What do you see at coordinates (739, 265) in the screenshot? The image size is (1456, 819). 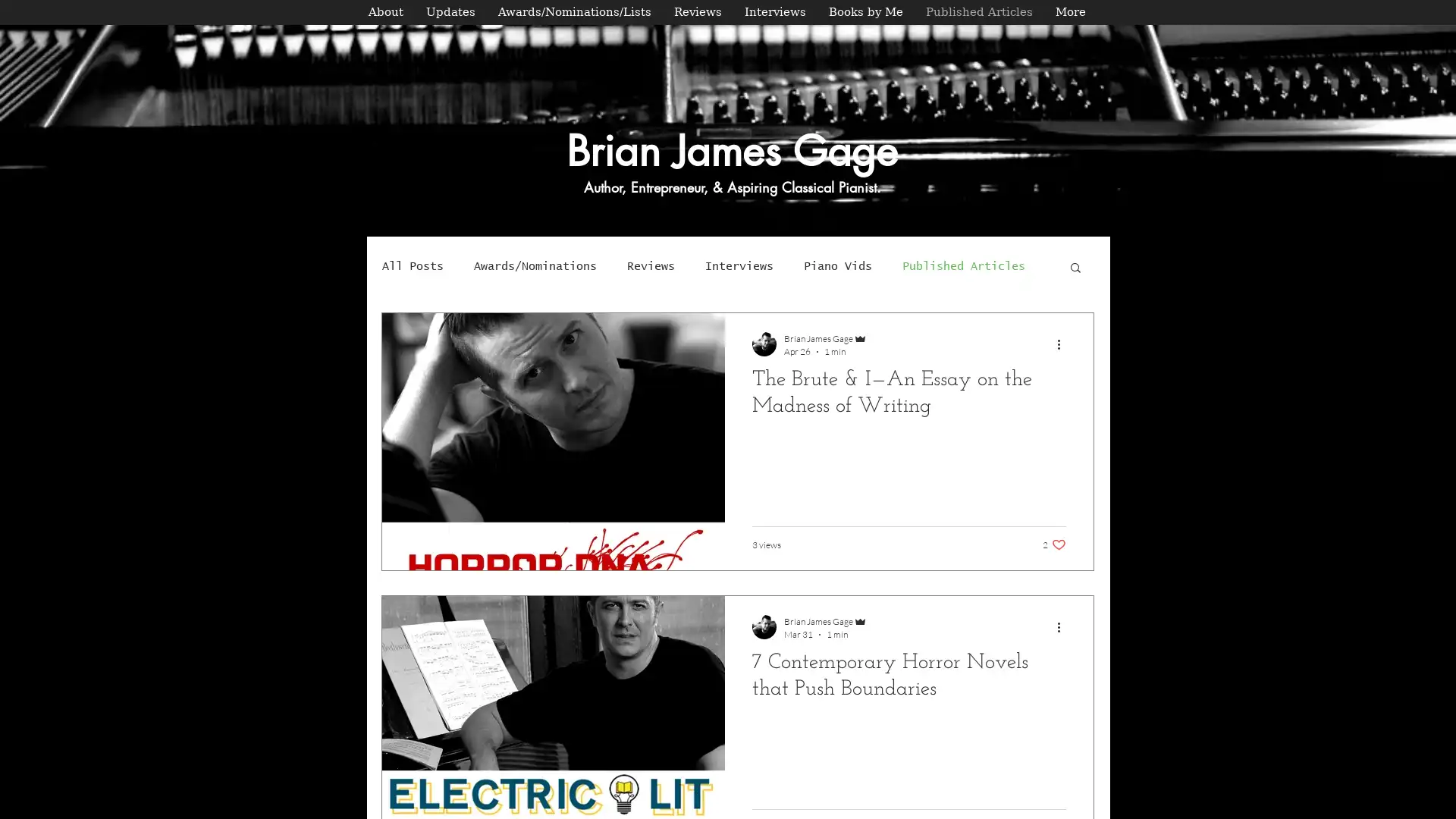 I see `Interviews` at bounding box center [739, 265].